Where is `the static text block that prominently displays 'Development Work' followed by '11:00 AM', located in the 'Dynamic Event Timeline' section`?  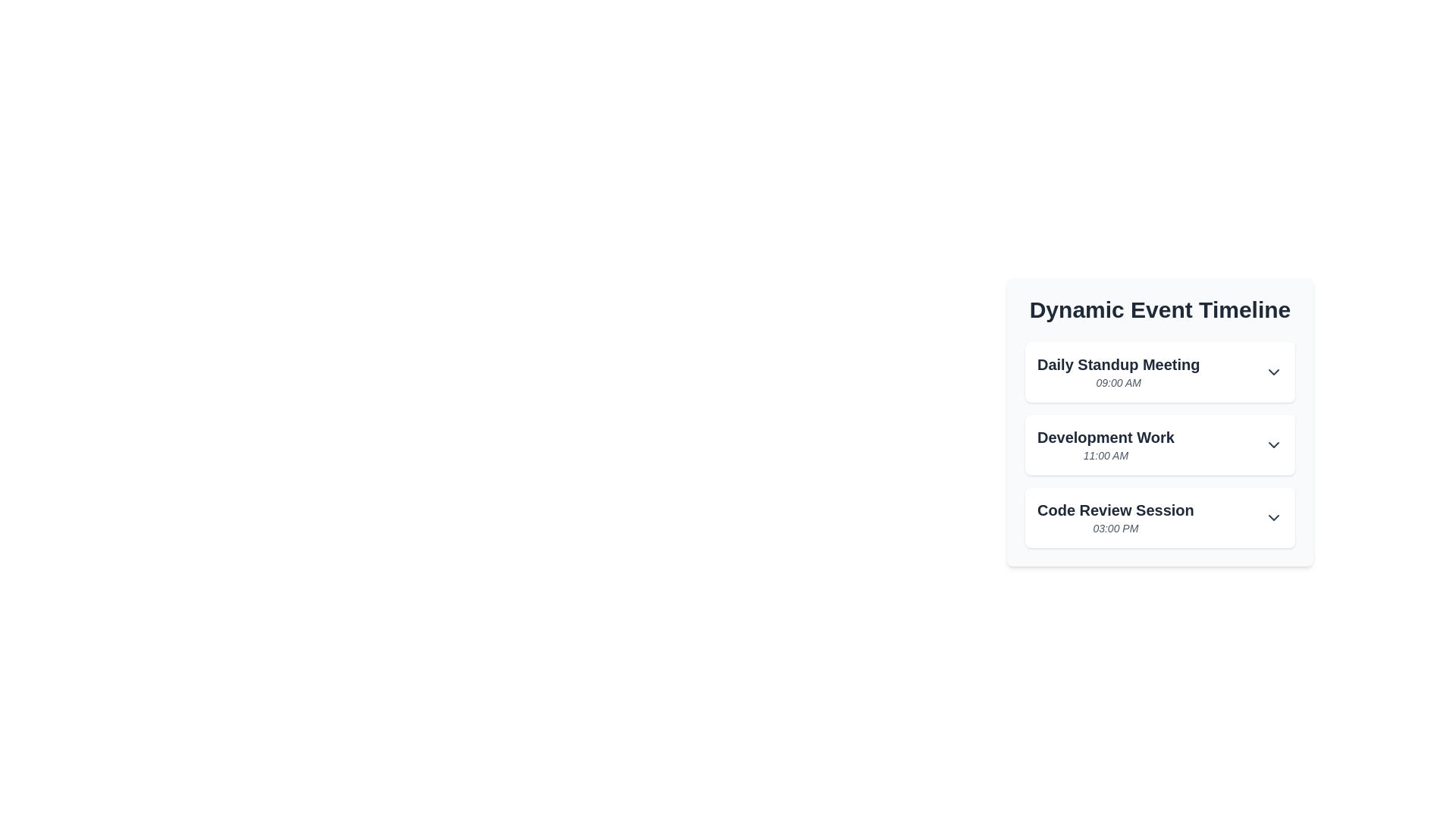 the static text block that prominently displays 'Development Work' followed by '11:00 AM', located in the 'Dynamic Event Timeline' section is located at coordinates (1106, 444).